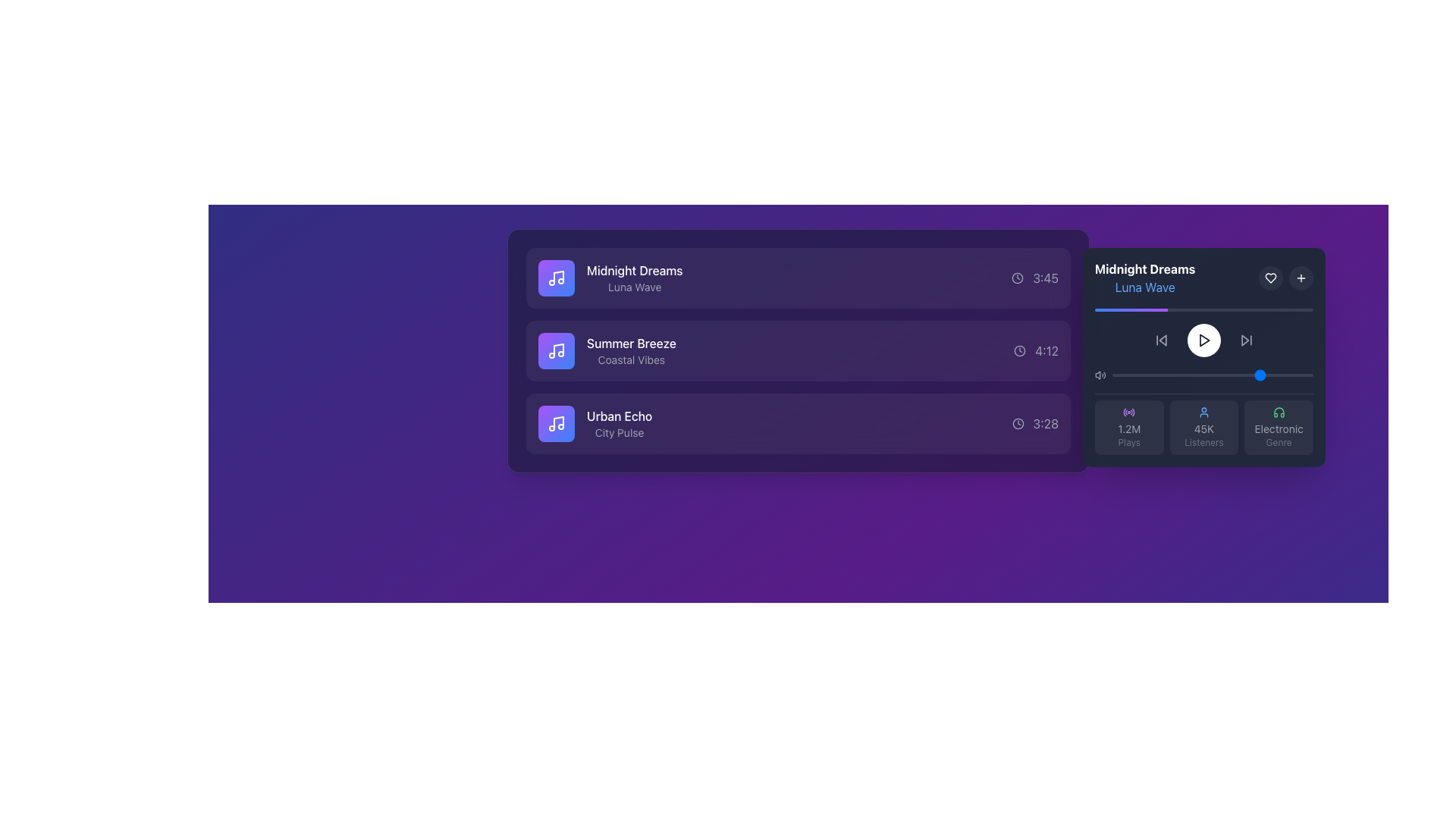 This screenshot has width=1456, height=819. I want to click on the text label that displays the title 'Urban Echo' and subtitle 'City Pulse', positioned in a vertical list below 'Summer Breeze' and 'Coastal Vibes', so click(620, 424).